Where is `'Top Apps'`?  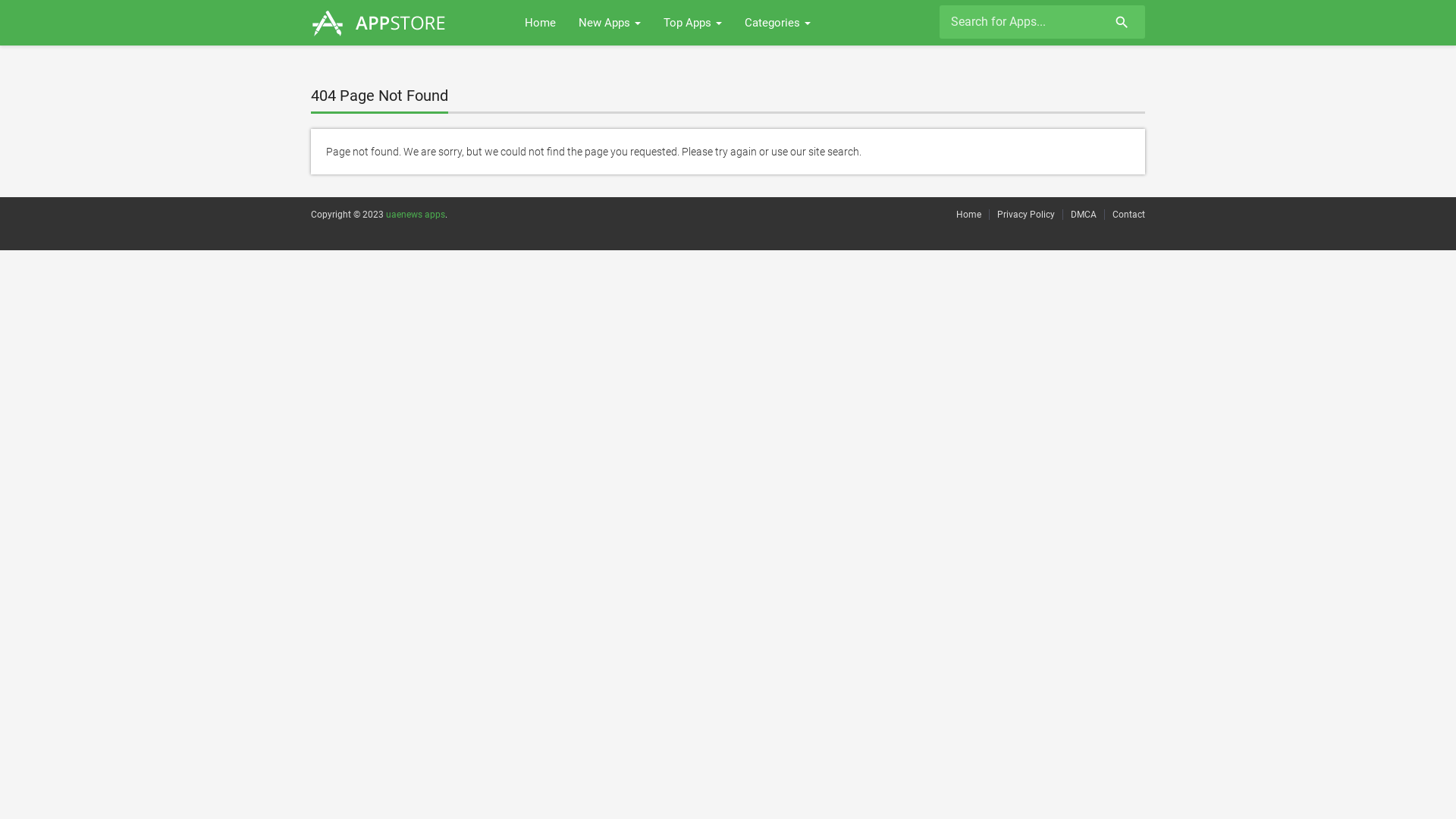
'Top Apps' is located at coordinates (692, 23).